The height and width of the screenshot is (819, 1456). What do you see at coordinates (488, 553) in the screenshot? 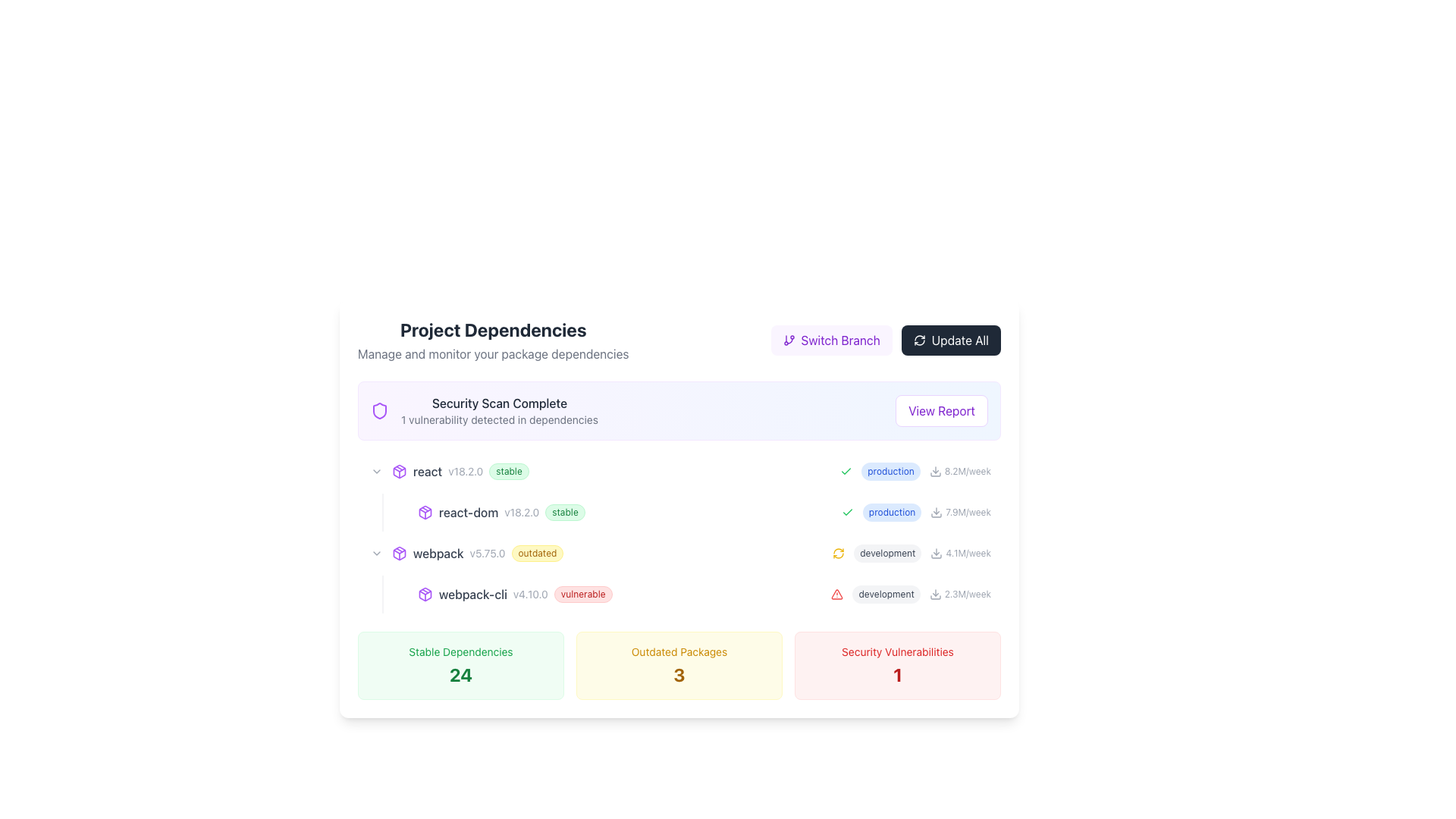
I see `the text label displaying version 'v5.75.0', which is styled in a small gray font and positioned between 'webpack' and 'outdated'` at bounding box center [488, 553].